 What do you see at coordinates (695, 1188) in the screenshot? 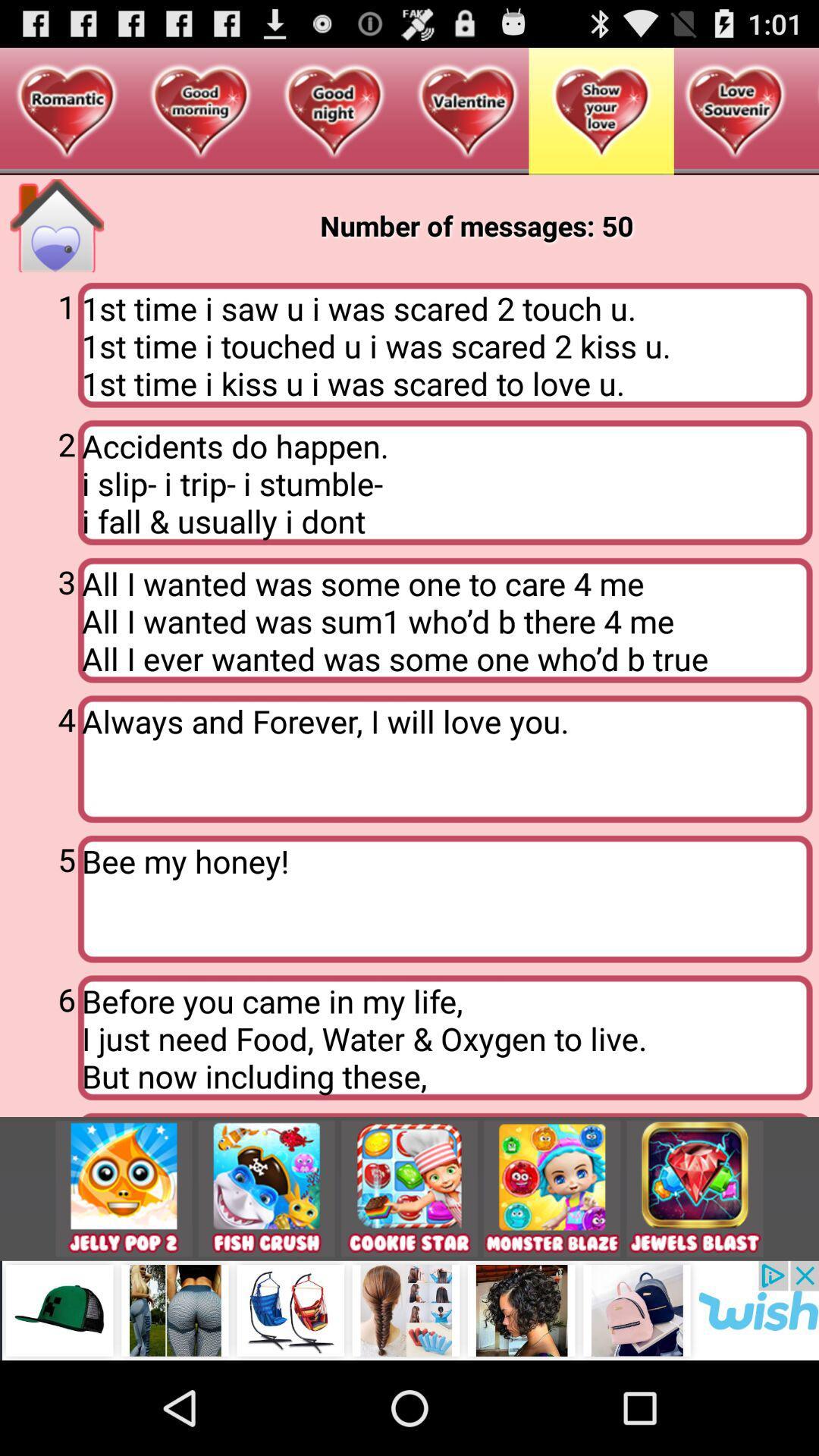
I see `the app` at bounding box center [695, 1188].